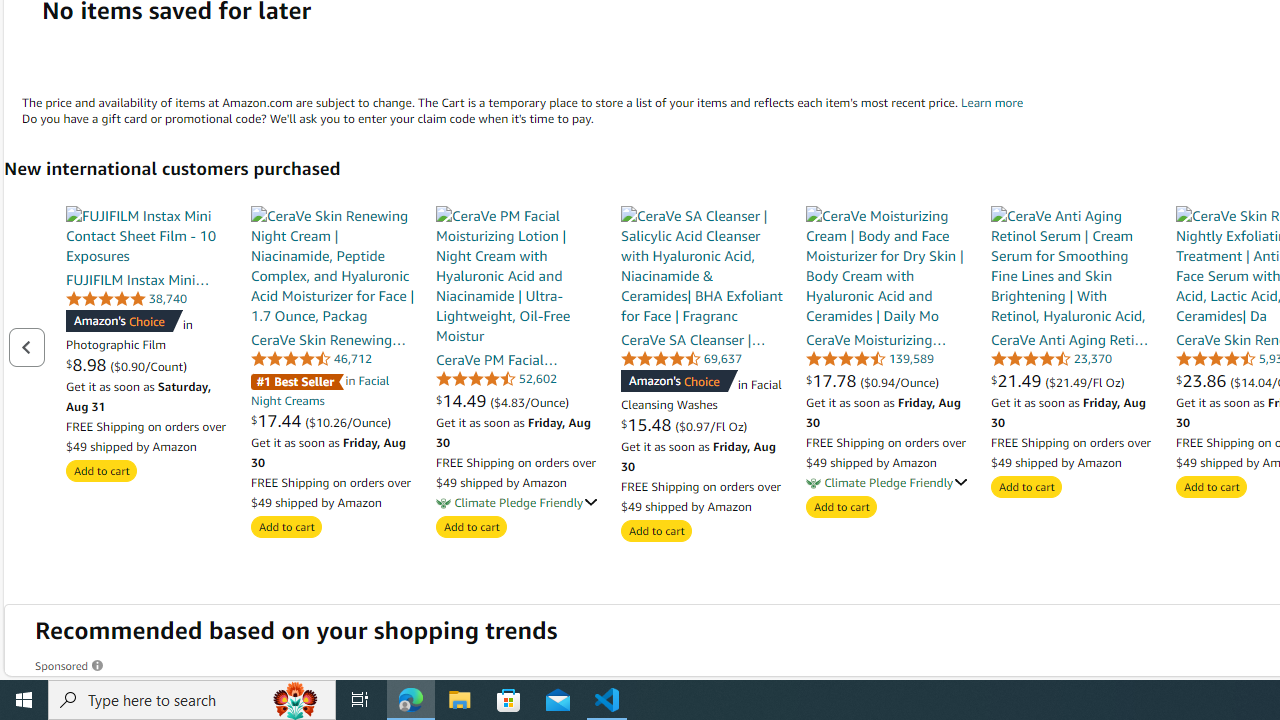 Image resolution: width=1280 pixels, height=720 pixels. I want to click on '$21.49 ', so click(1018, 380).